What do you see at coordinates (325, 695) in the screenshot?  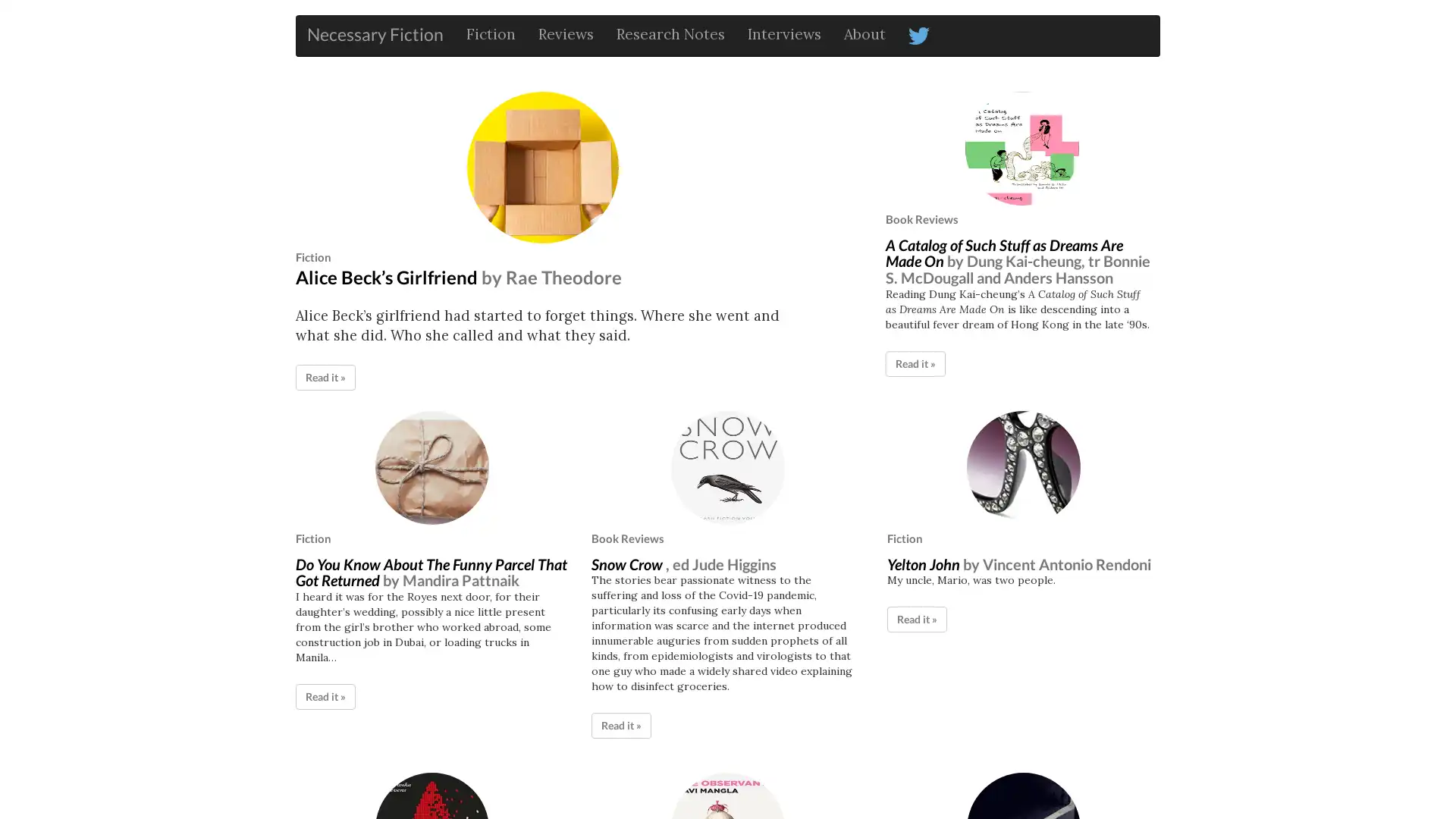 I see `Read it` at bounding box center [325, 695].